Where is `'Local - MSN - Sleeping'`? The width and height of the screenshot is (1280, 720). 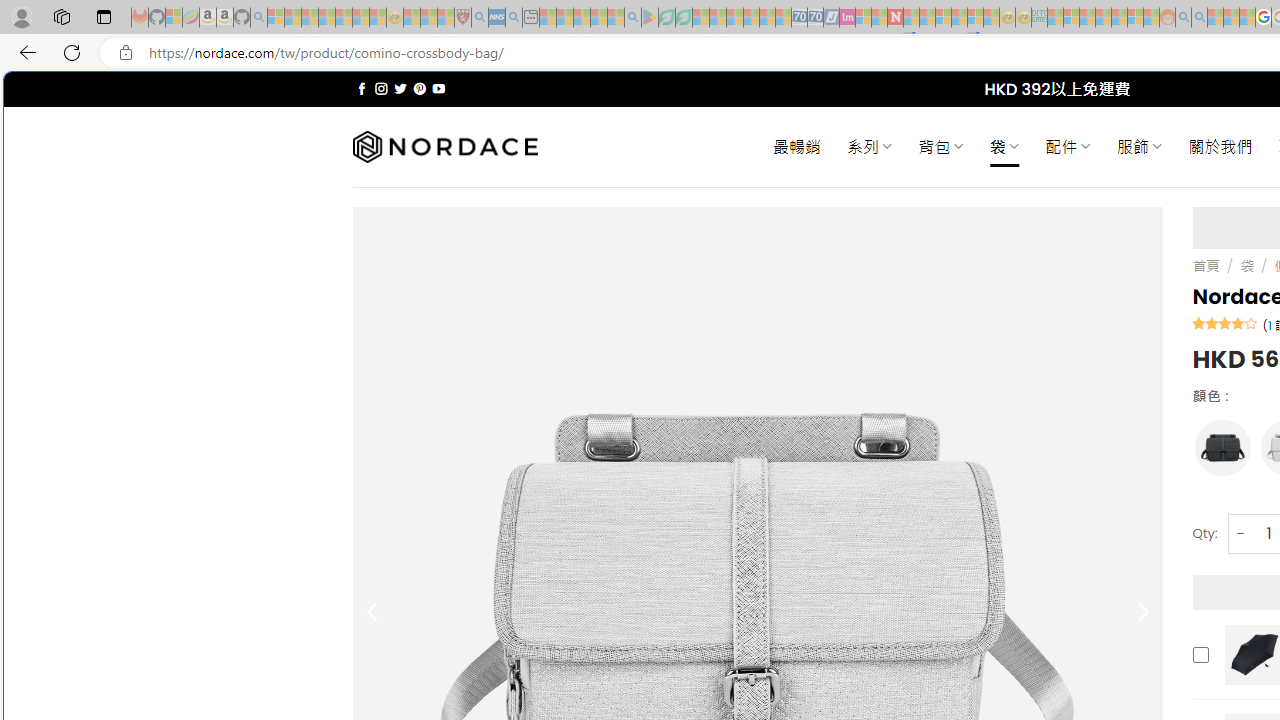 'Local - MSN - Sleeping' is located at coordinates (445, 17).